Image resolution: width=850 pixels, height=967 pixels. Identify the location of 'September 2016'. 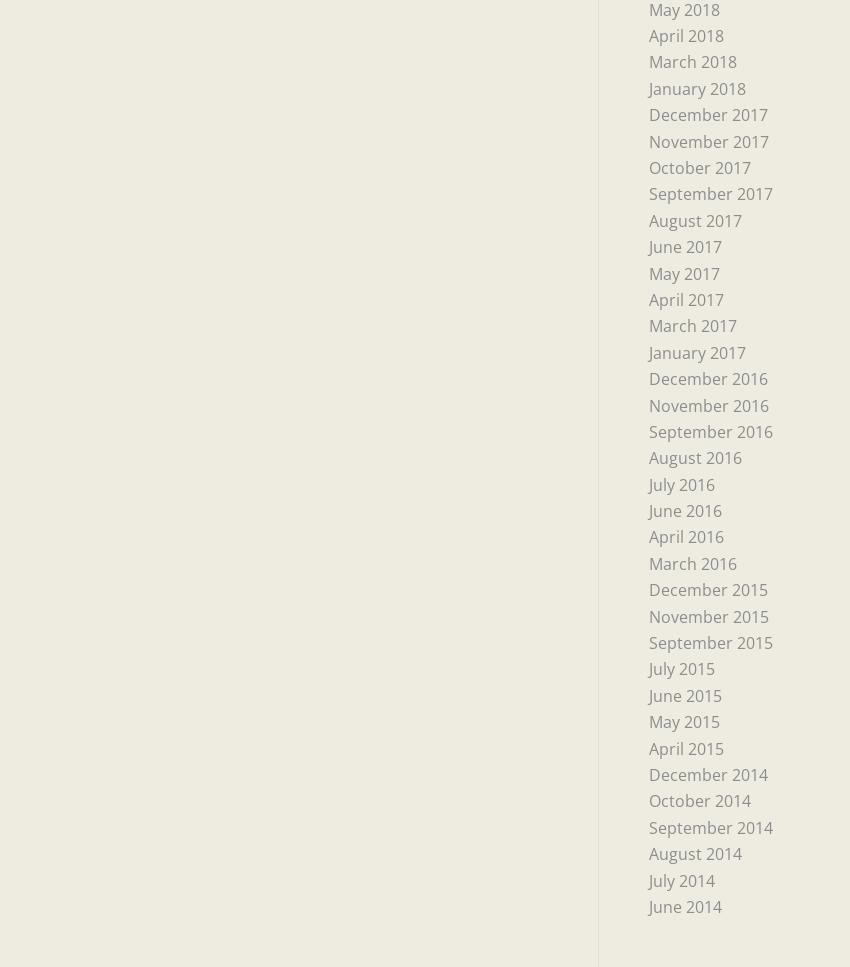
(709, 429).